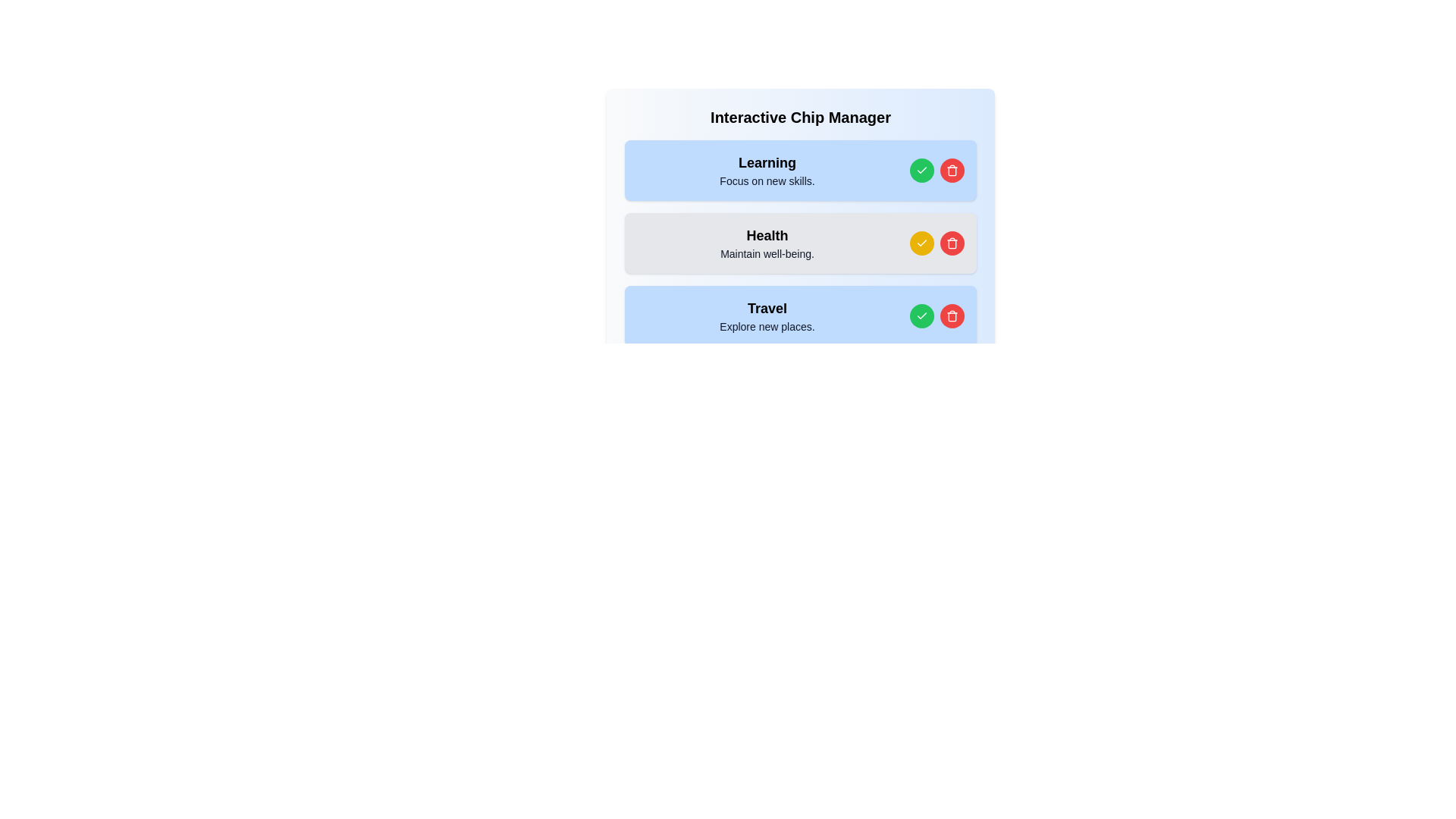 This screenshot has height=819, width=1456. I want to click on delete button for the chip labeled Learning, so click(952, 170).